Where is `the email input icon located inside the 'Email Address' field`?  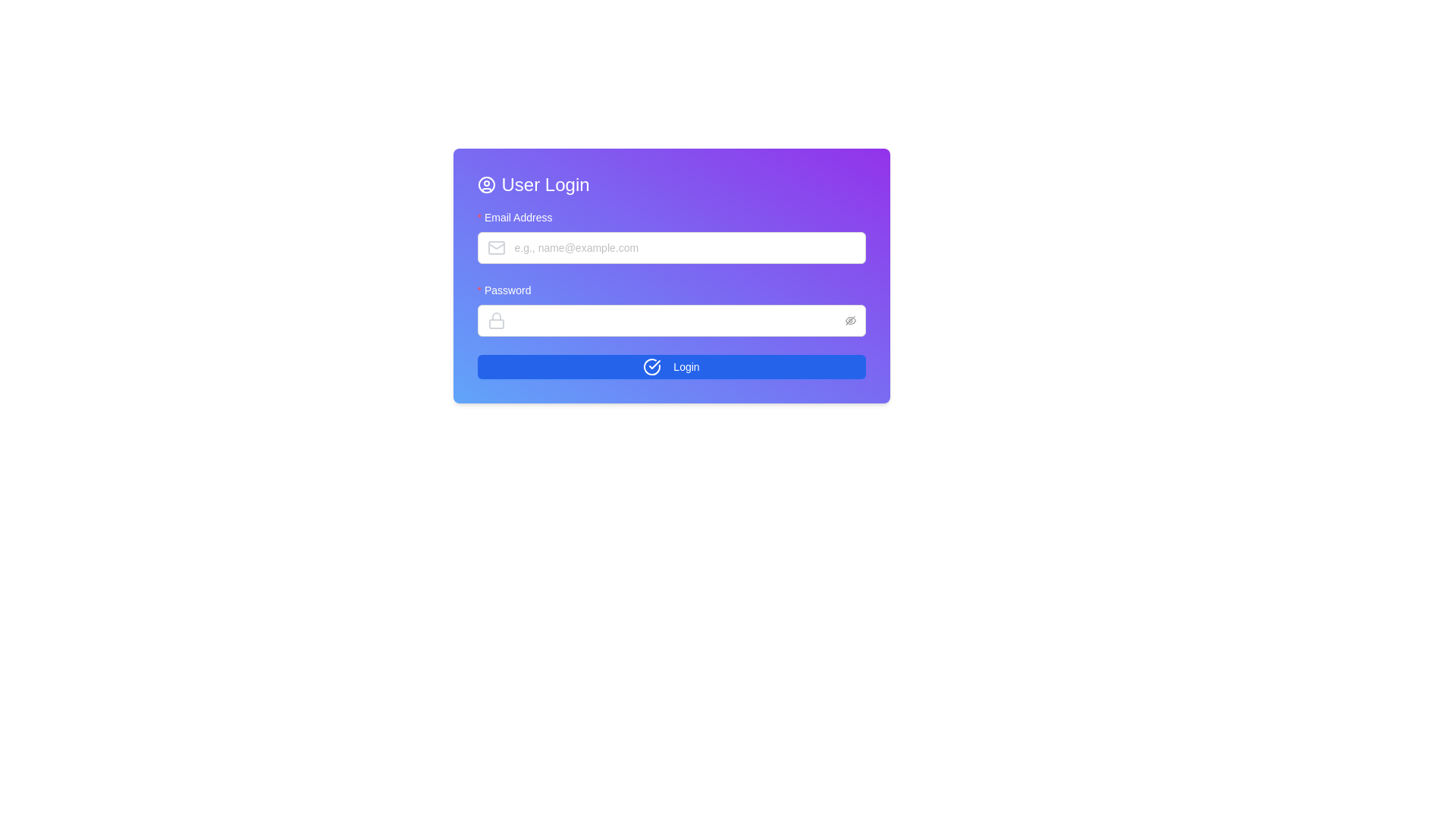 the email input icon located inside the 'Email Address' field is located at coordinates (496, 247).